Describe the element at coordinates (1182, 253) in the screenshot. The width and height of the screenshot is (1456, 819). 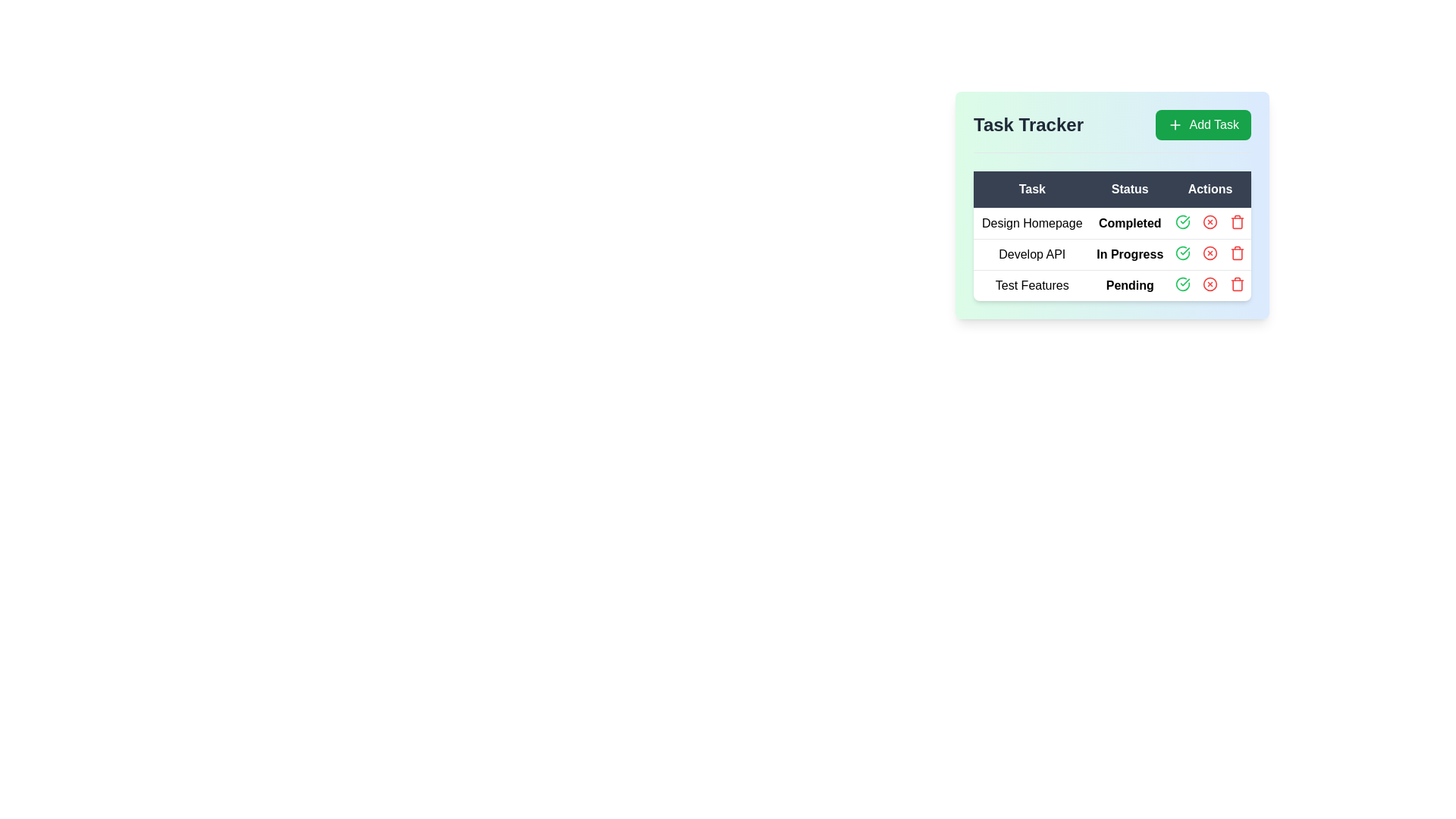
I see `the state of the graphical checkmark icon that signifies completed or verified actions, located in the second row of the 'Actions' column in the task tracker interface` at that location.